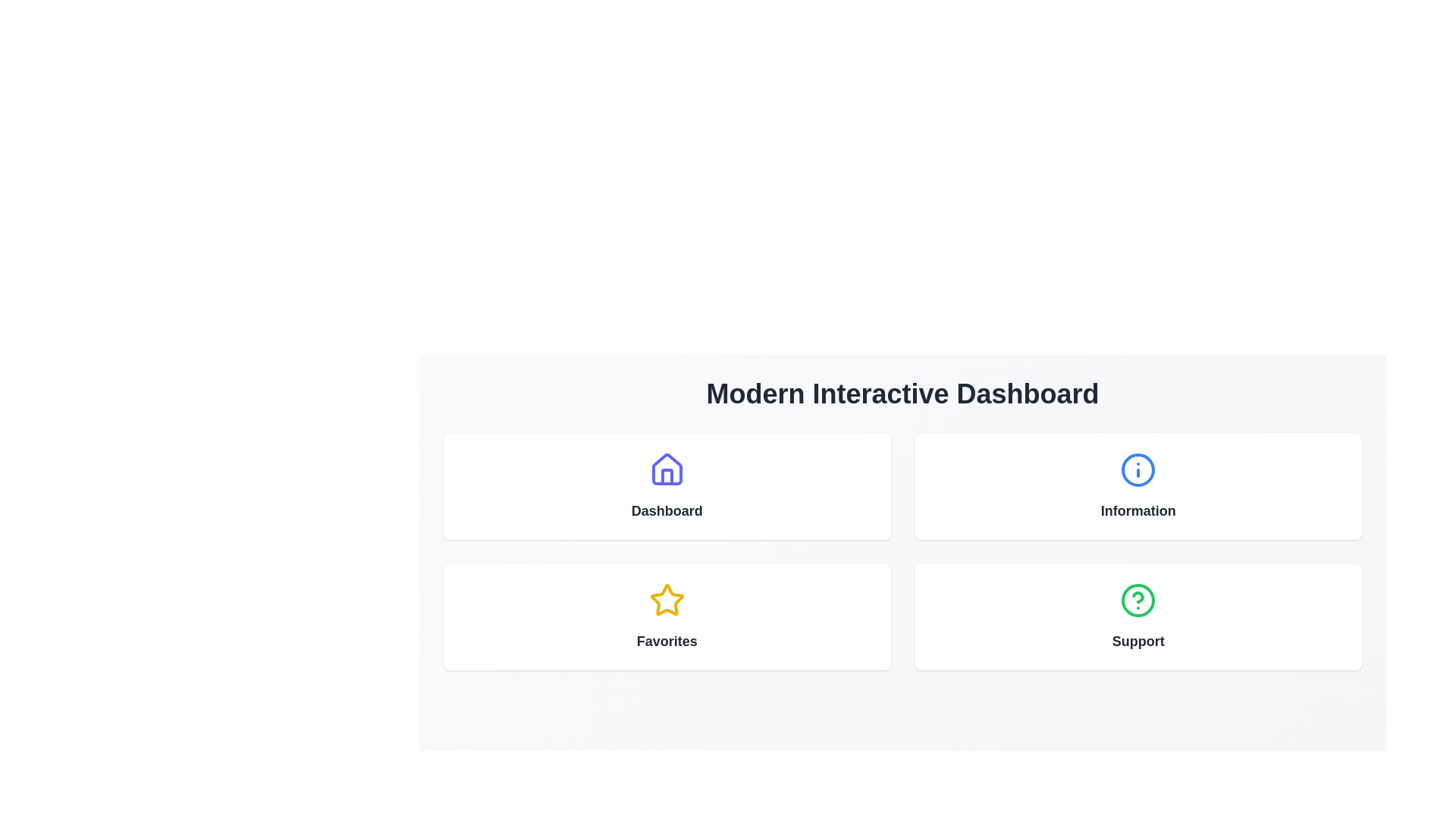 Image resolution: width=1456 pixels, height=819 pixels. I want to click on the fourth Interactive Card in the bottom-right quadrant of the grid, so click(1138, 617).